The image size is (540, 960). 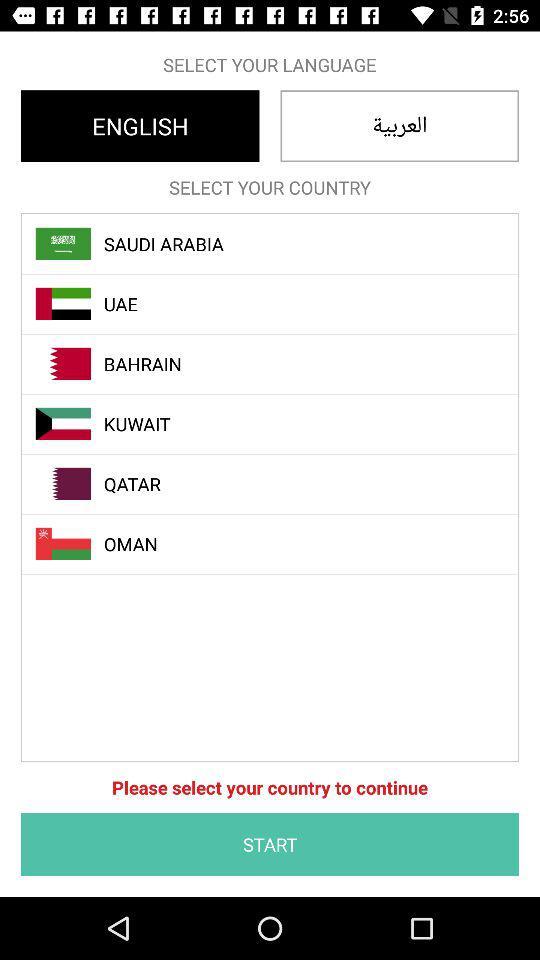 I want to click on the item above the qatar icon, so click(x=280, y=424).